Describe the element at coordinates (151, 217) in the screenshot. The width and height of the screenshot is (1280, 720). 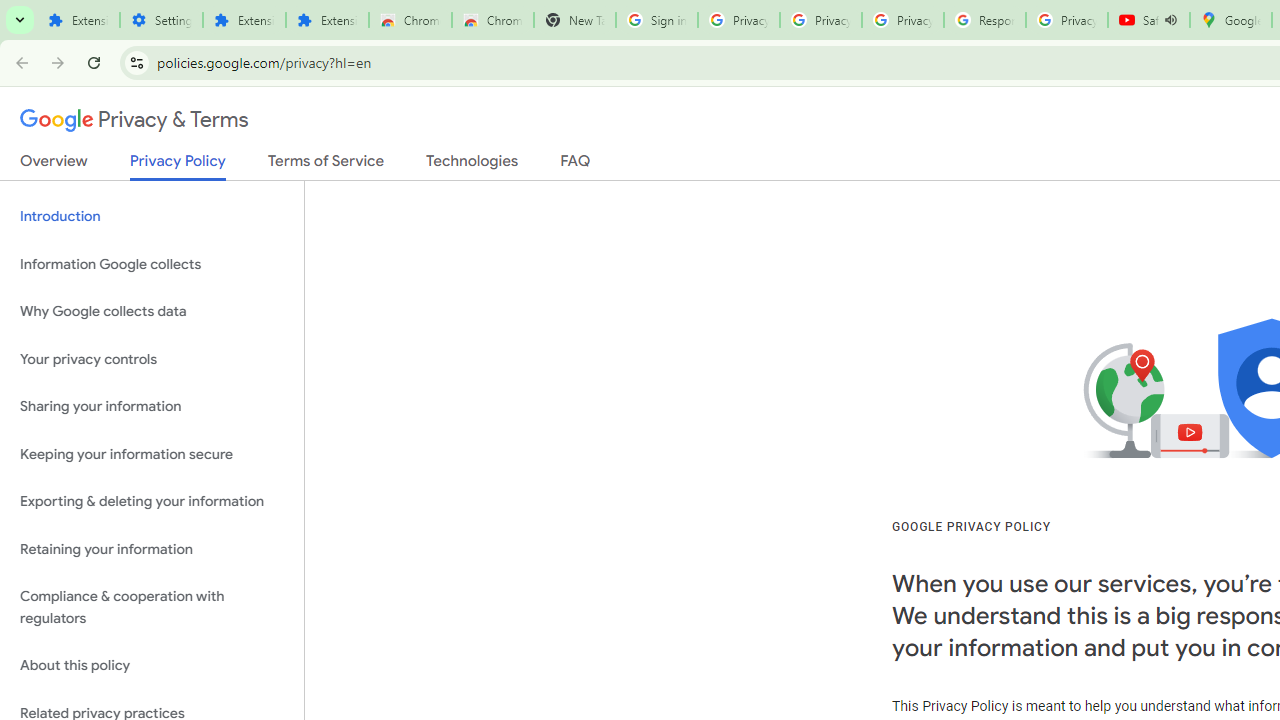
I see `'Introduction'` at that location.